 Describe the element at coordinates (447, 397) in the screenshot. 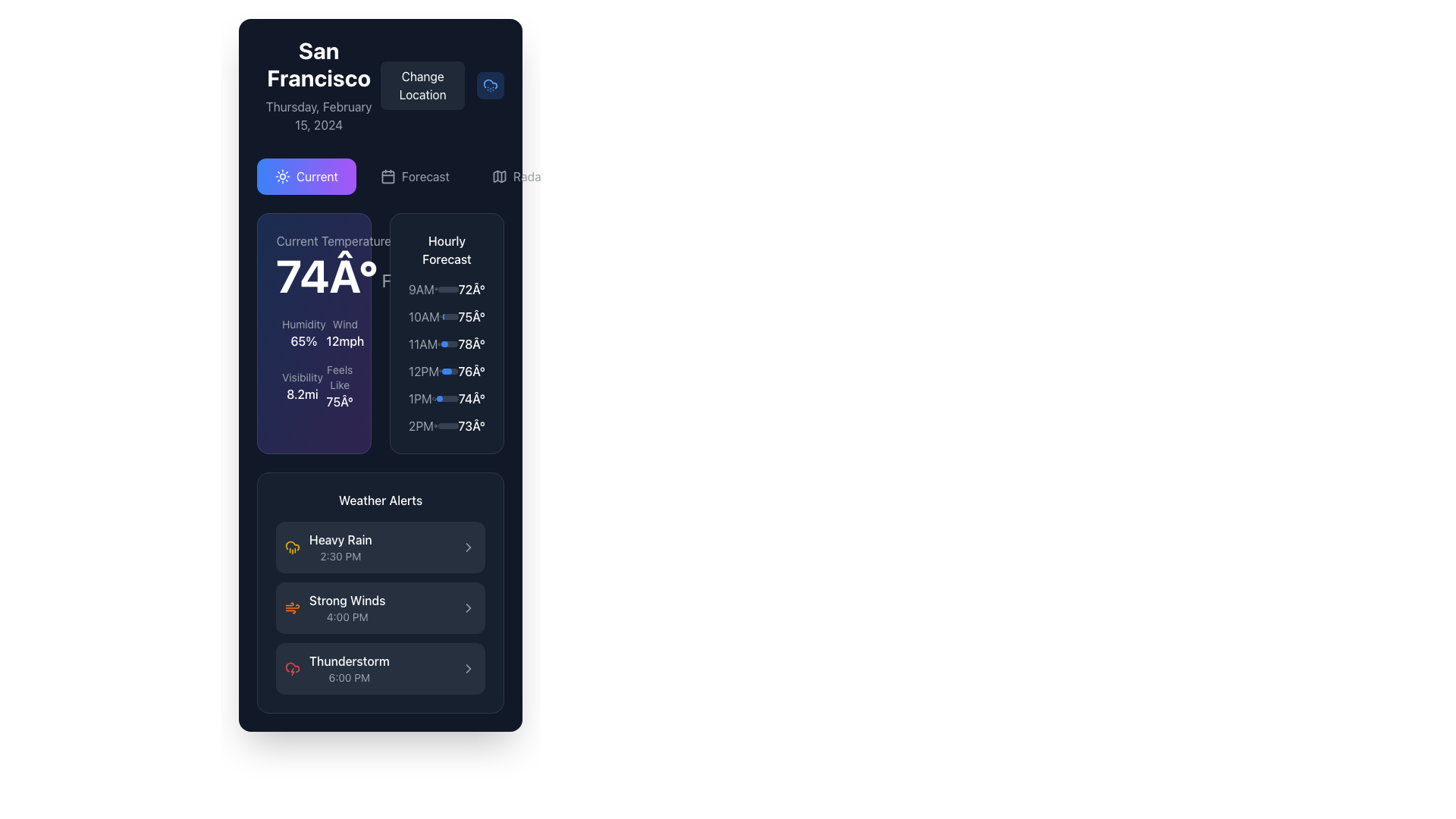

I see `the width of the horizontal progress bar in the 'Hourly Forecast' section, located between '1PM' and '74°'` at that location.